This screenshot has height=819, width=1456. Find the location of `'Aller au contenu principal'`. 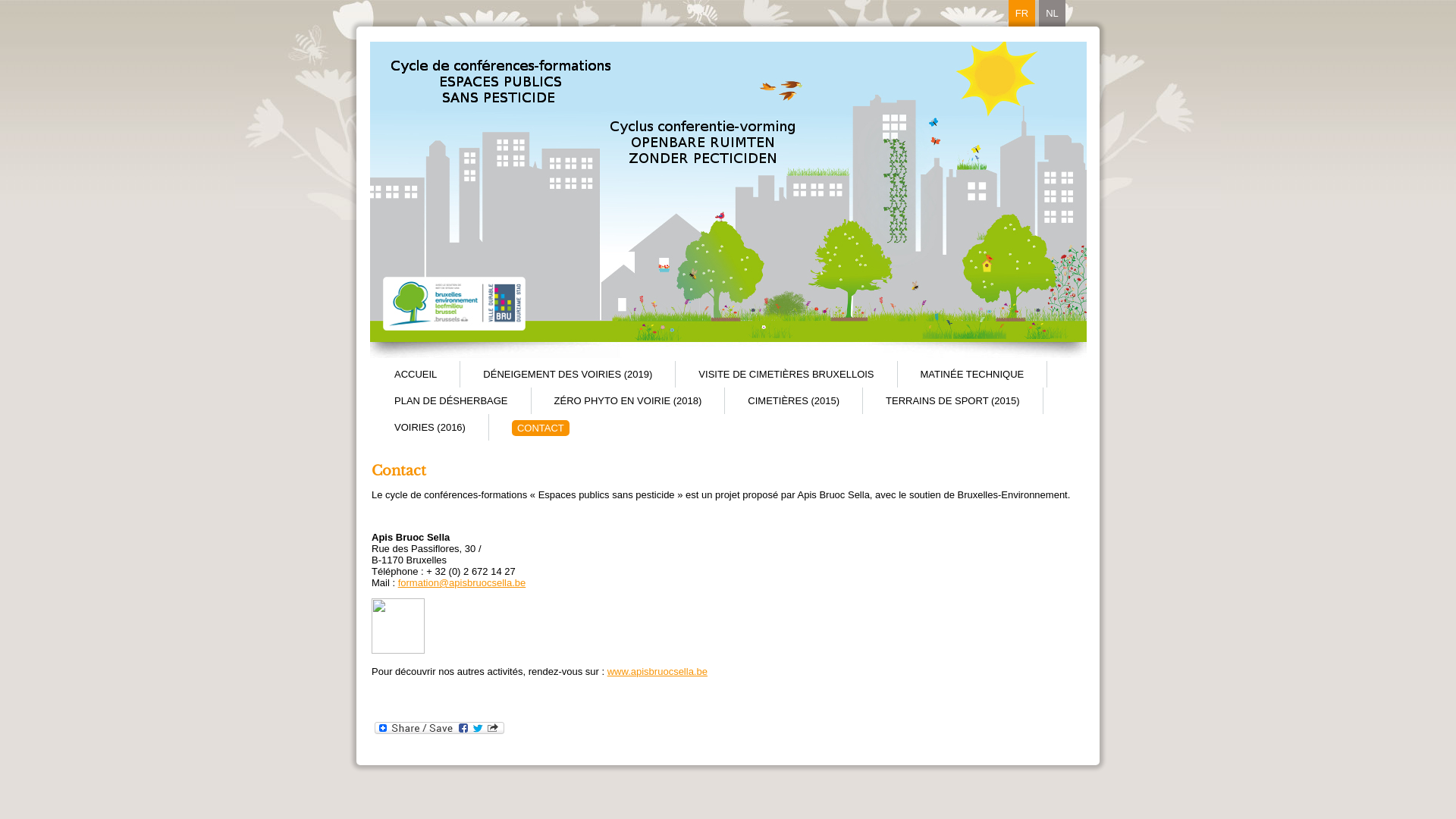

'Aller au contenu principal' is located at coordinates (55, 0).